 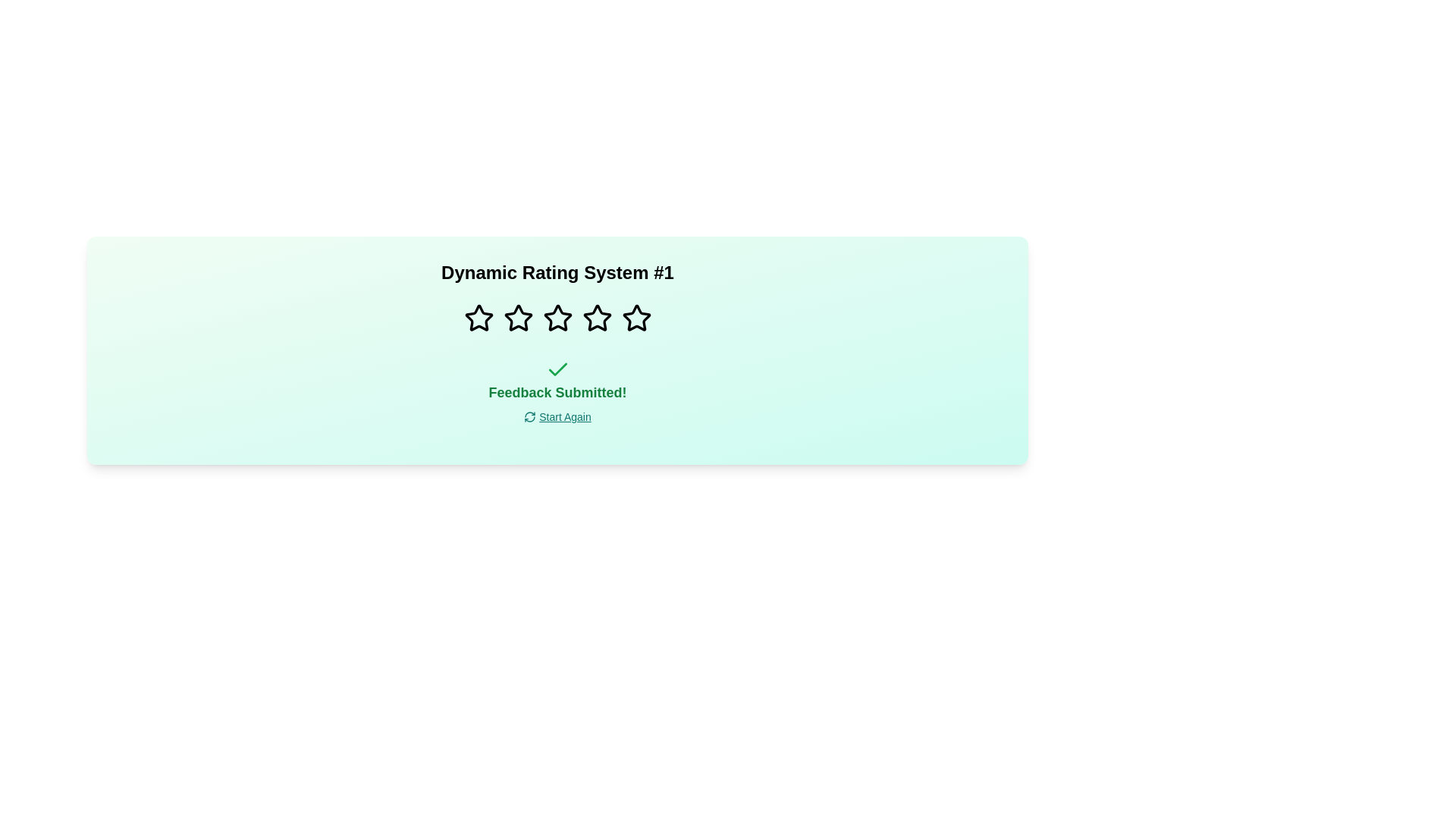 I want to click on the second star-shaped icon from the left in the horizontal row, so click(x=518, y=317).